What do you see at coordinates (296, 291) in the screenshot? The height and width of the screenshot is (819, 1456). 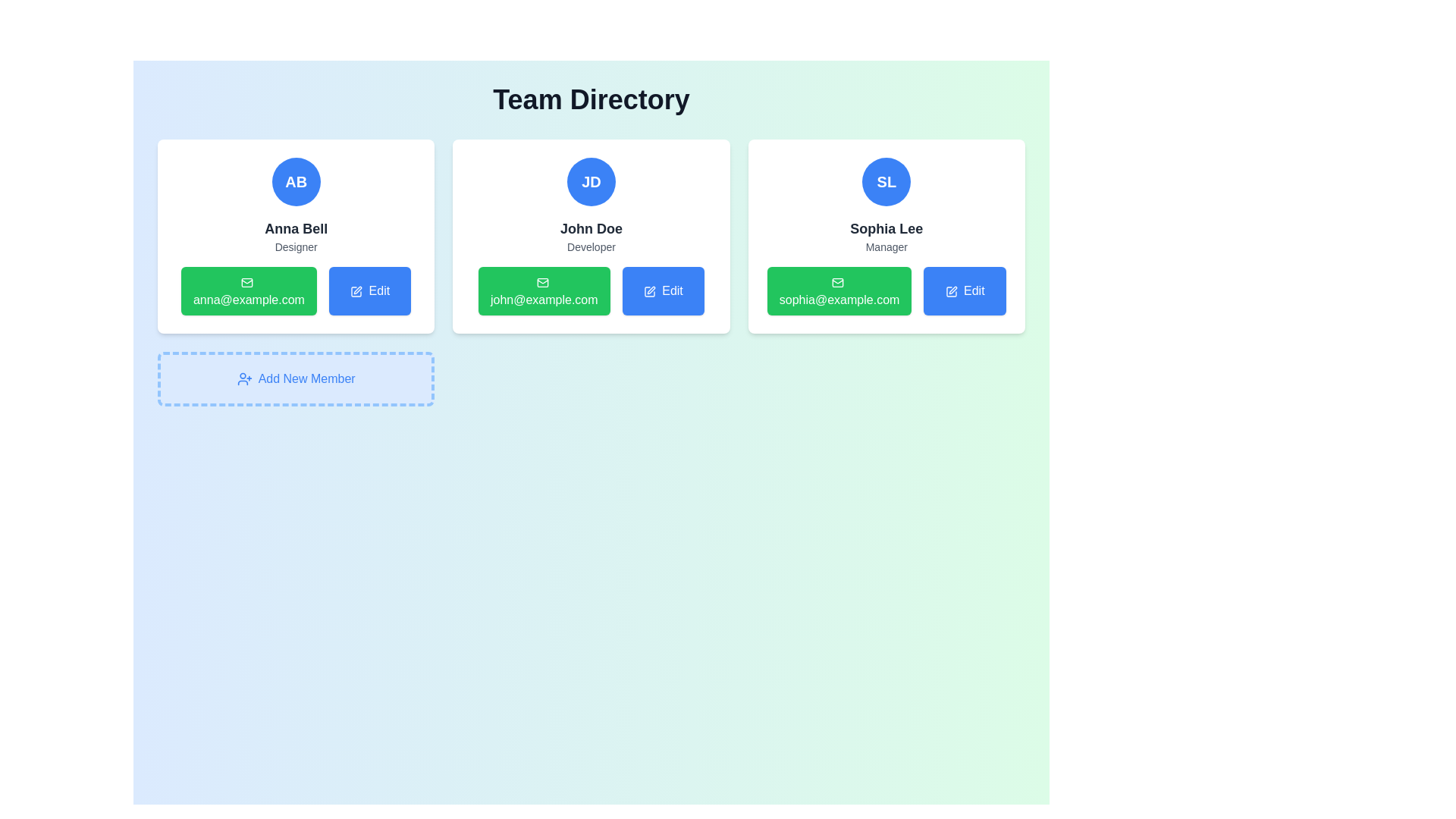 I see `the email button located within Anna Bell's profile card` at bounding box center [296, 291].